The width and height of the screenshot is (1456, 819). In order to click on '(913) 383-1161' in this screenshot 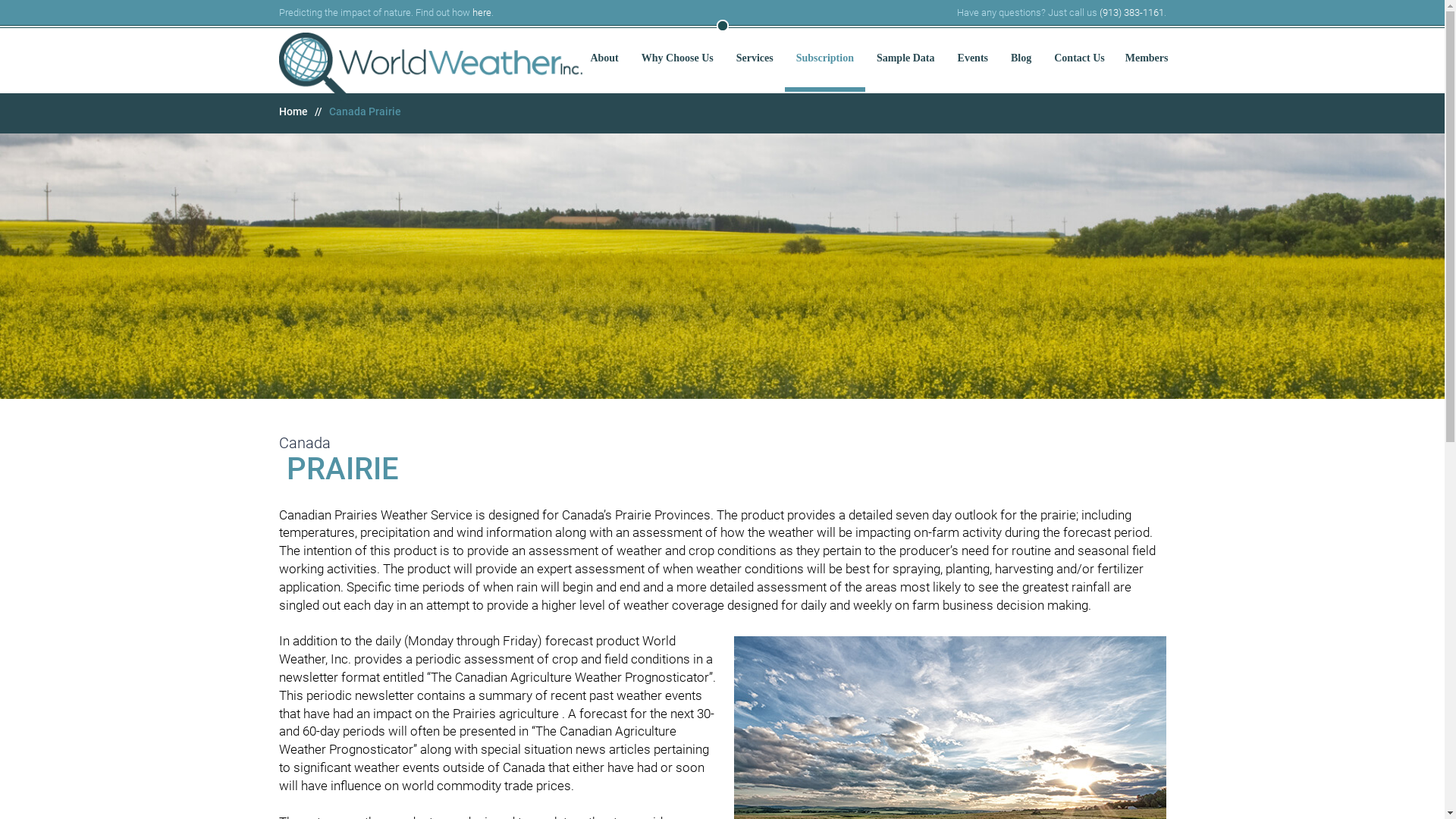, I will do `click(1131, 12)`.